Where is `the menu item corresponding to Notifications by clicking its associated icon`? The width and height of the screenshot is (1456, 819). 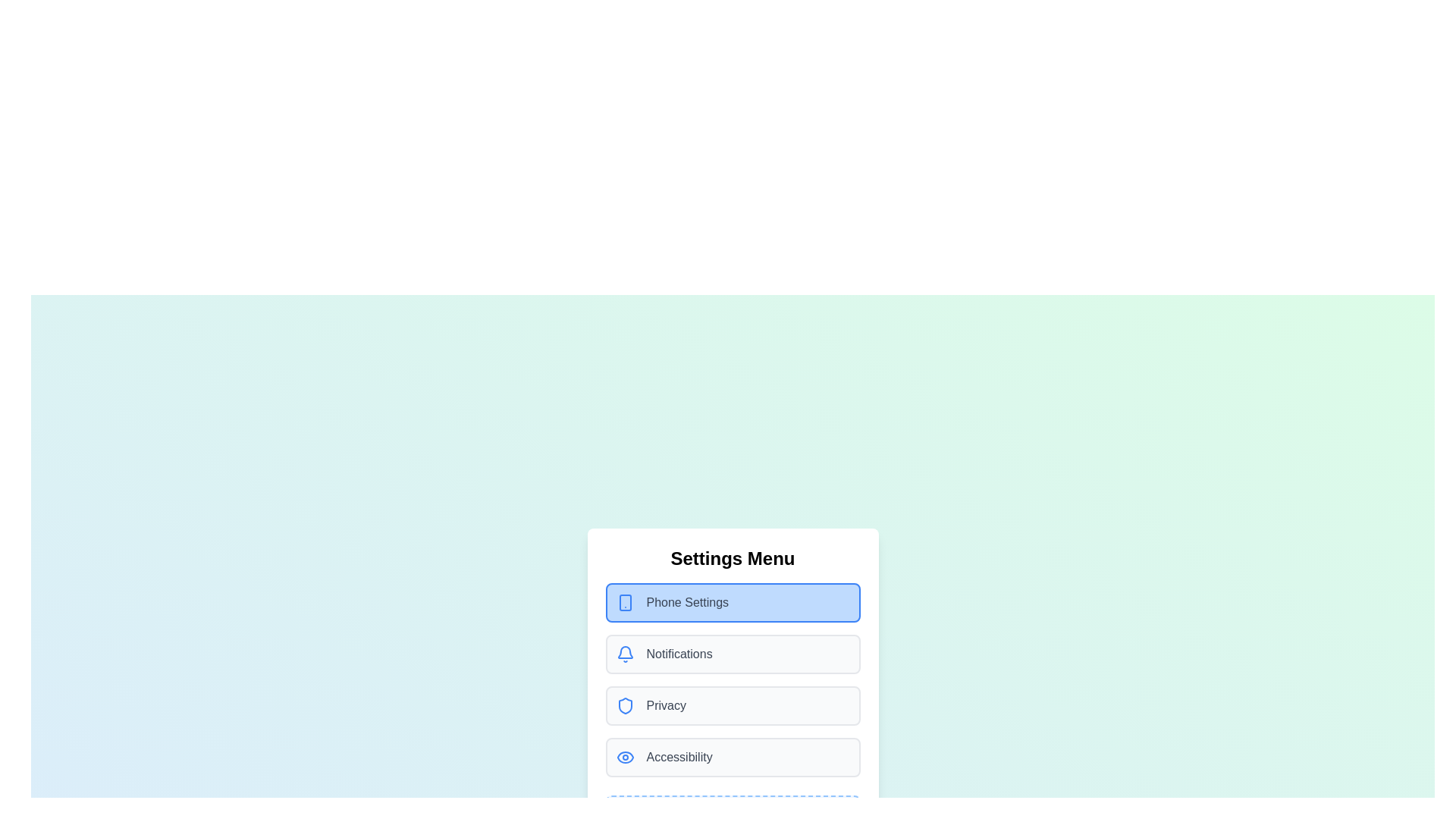
the menu item corresponding to Notifications by clicking its associated icon is located at coordinates (625, 654).